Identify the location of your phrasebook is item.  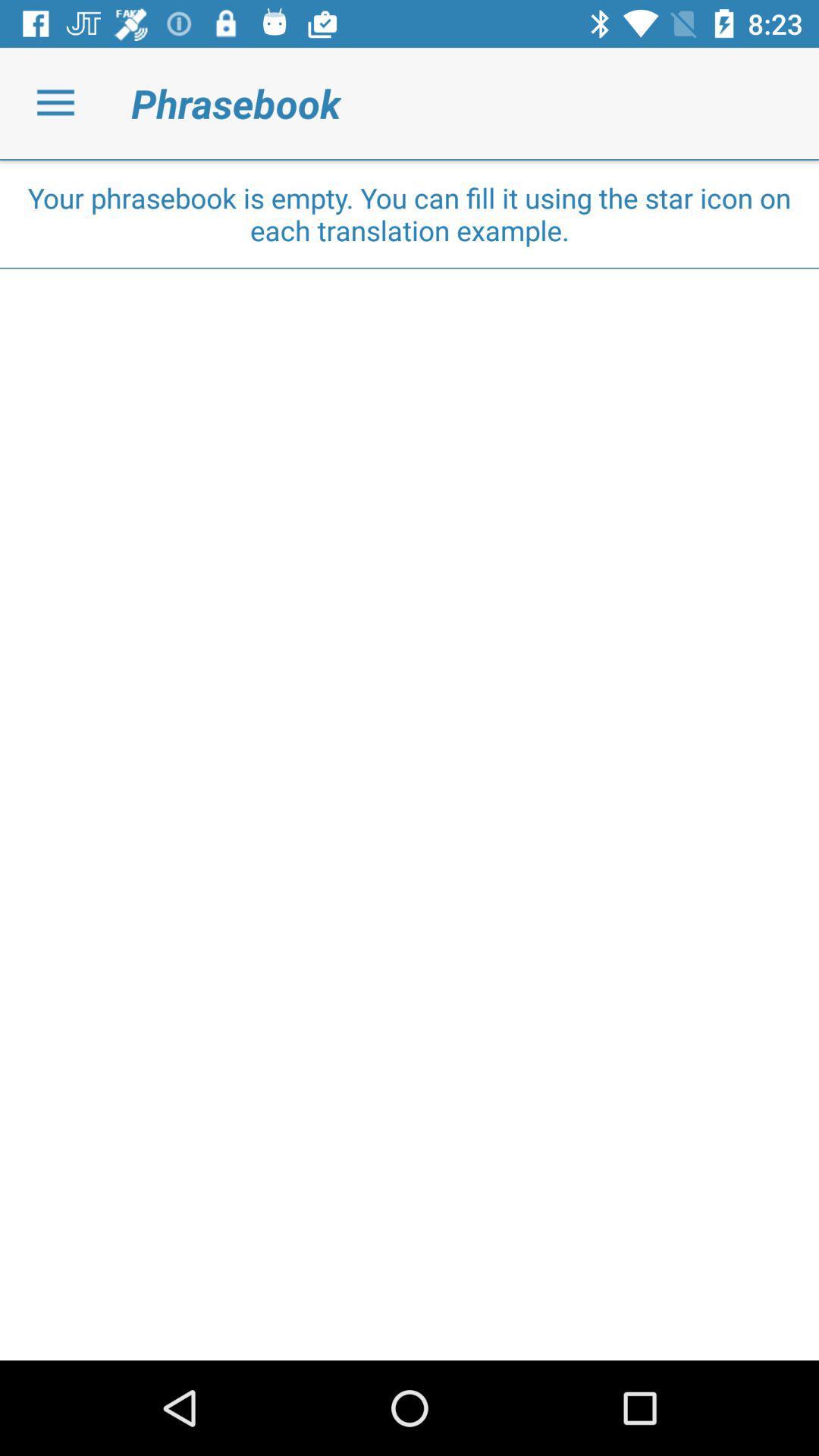
(409, 213).